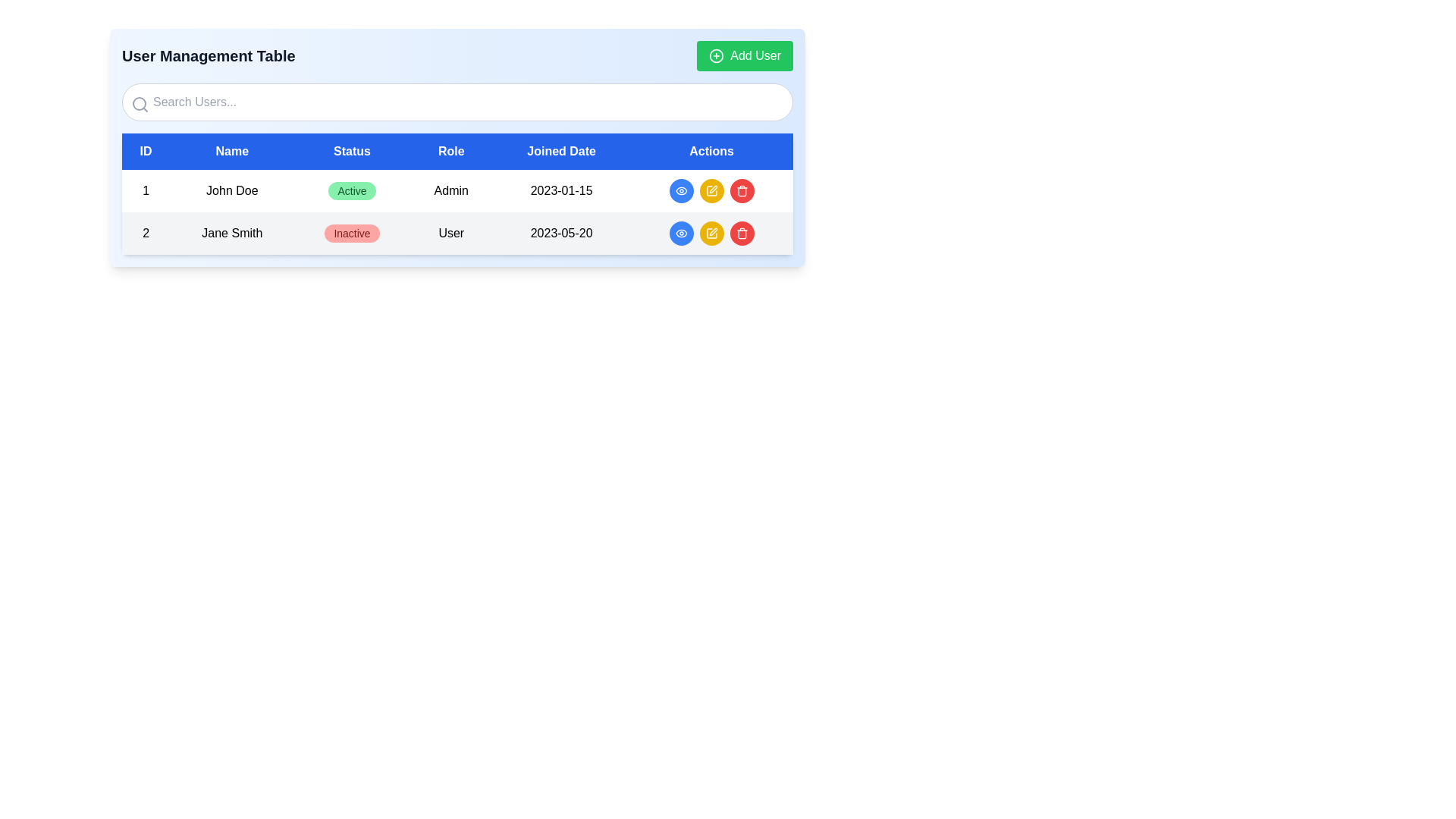  I want to click on the static text element displaying the number '1' in the ID column of the user table for the user 'John Doe', so click(146, 190).